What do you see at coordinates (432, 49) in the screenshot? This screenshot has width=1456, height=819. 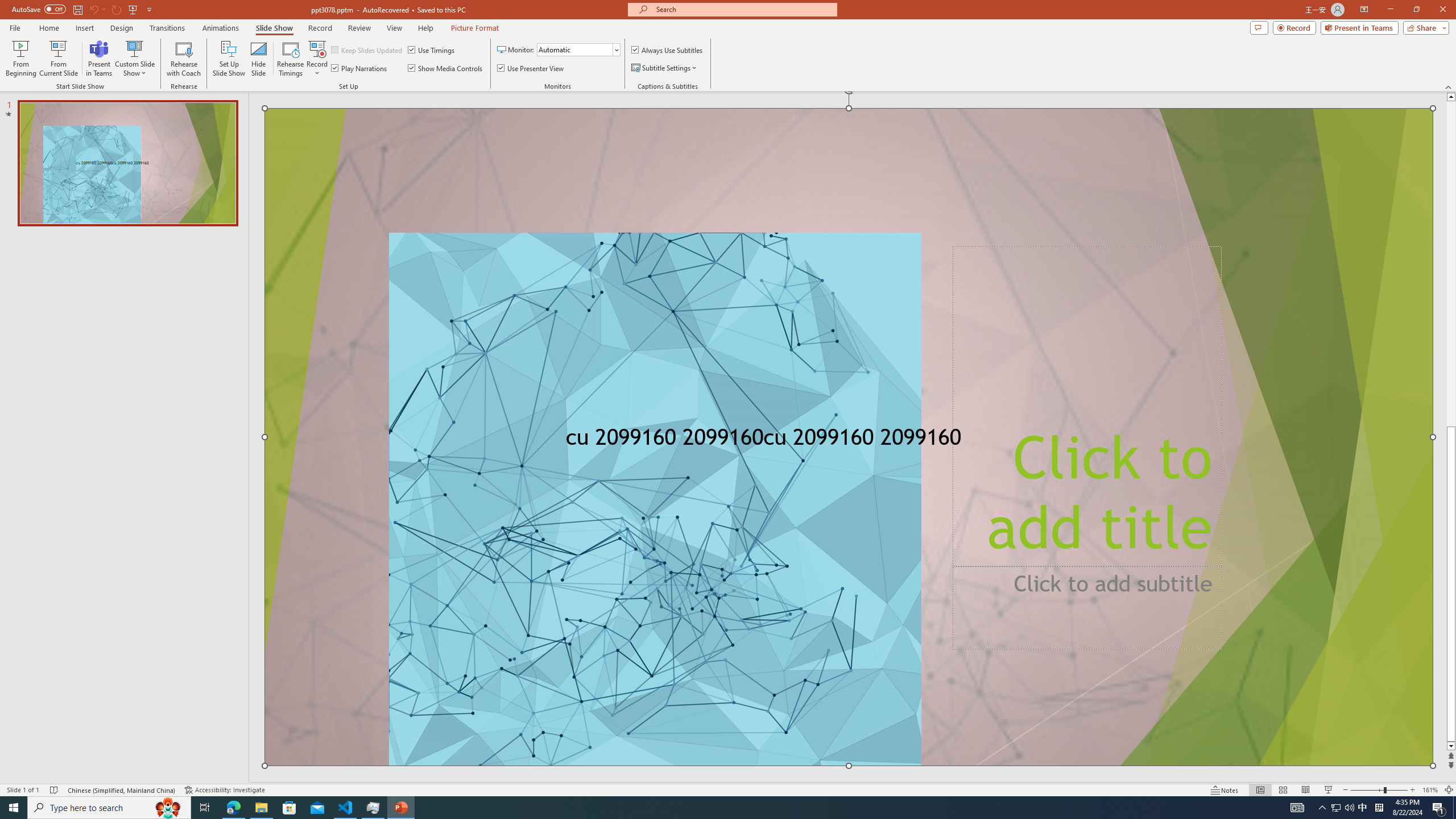 I see `'Use Timings'` at bounding box center [432, 49].